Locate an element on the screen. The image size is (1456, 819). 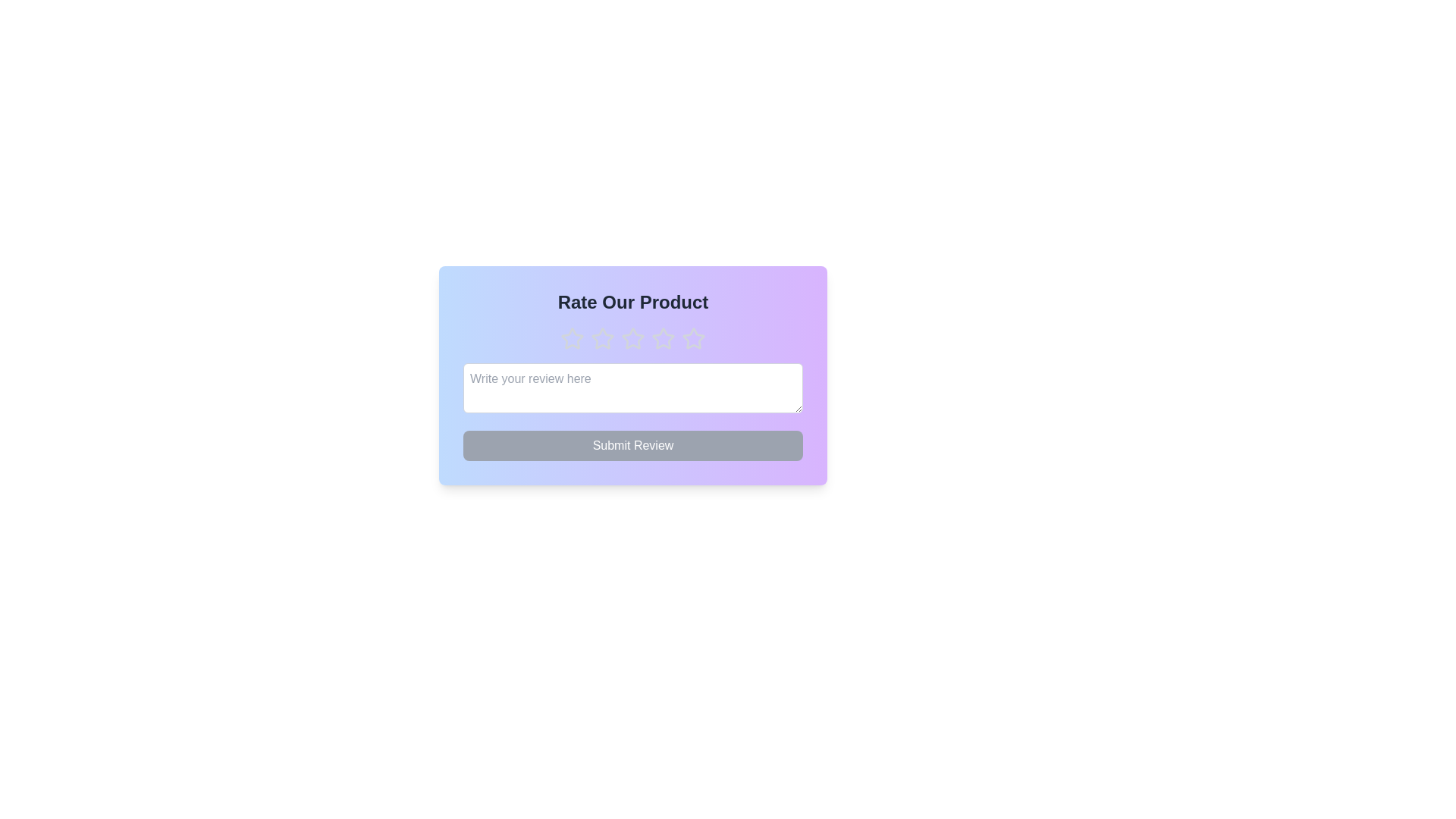
the star corresponding to the desired rating of 1 is located at coordinates (571, 338).